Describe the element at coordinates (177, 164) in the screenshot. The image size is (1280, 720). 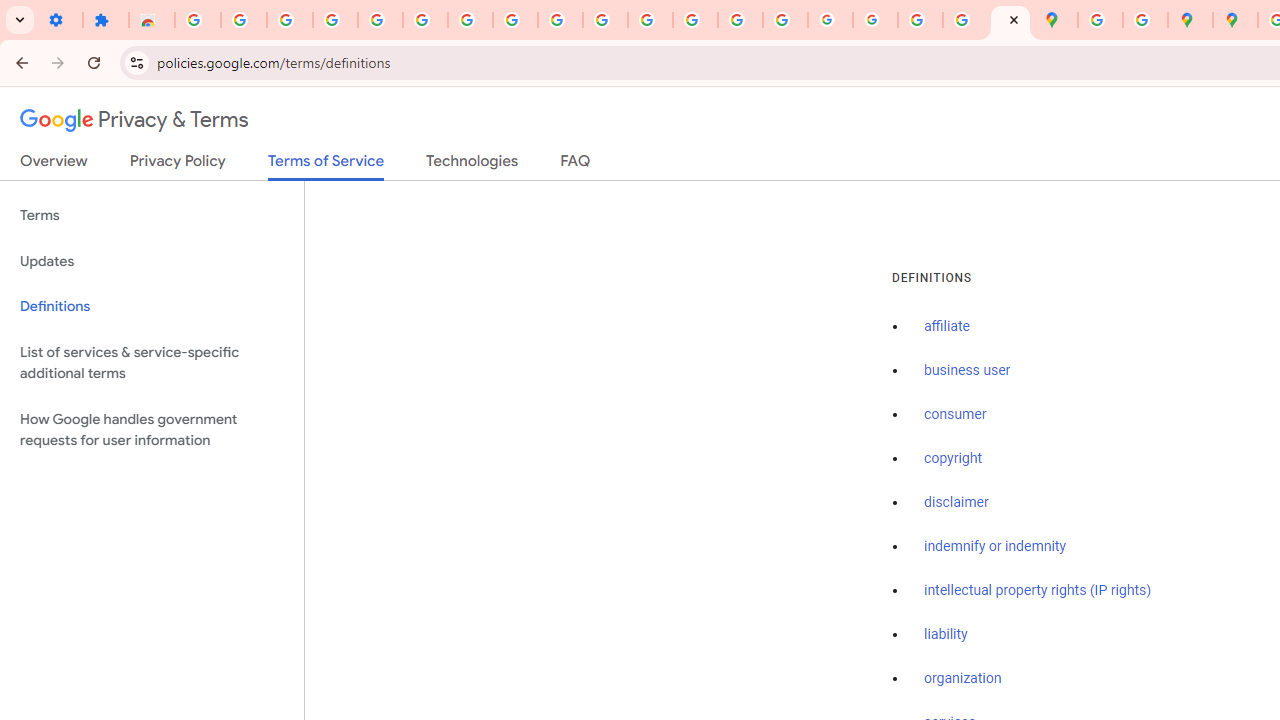
I see `'Privacy Policy'` at that location.